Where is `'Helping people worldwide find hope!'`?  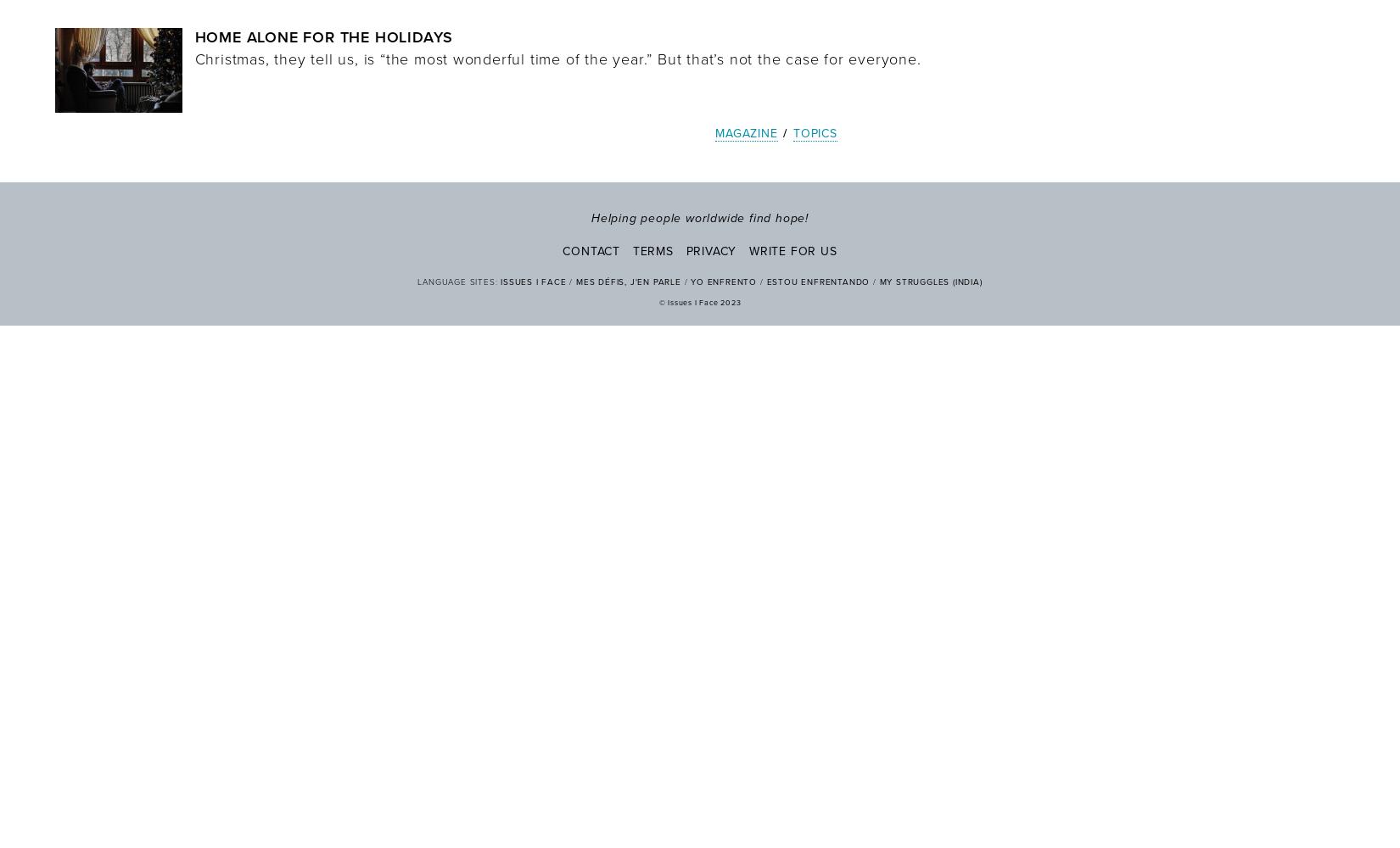 'Helping people worldwide find hope!' is located at coordinates (700, 217).